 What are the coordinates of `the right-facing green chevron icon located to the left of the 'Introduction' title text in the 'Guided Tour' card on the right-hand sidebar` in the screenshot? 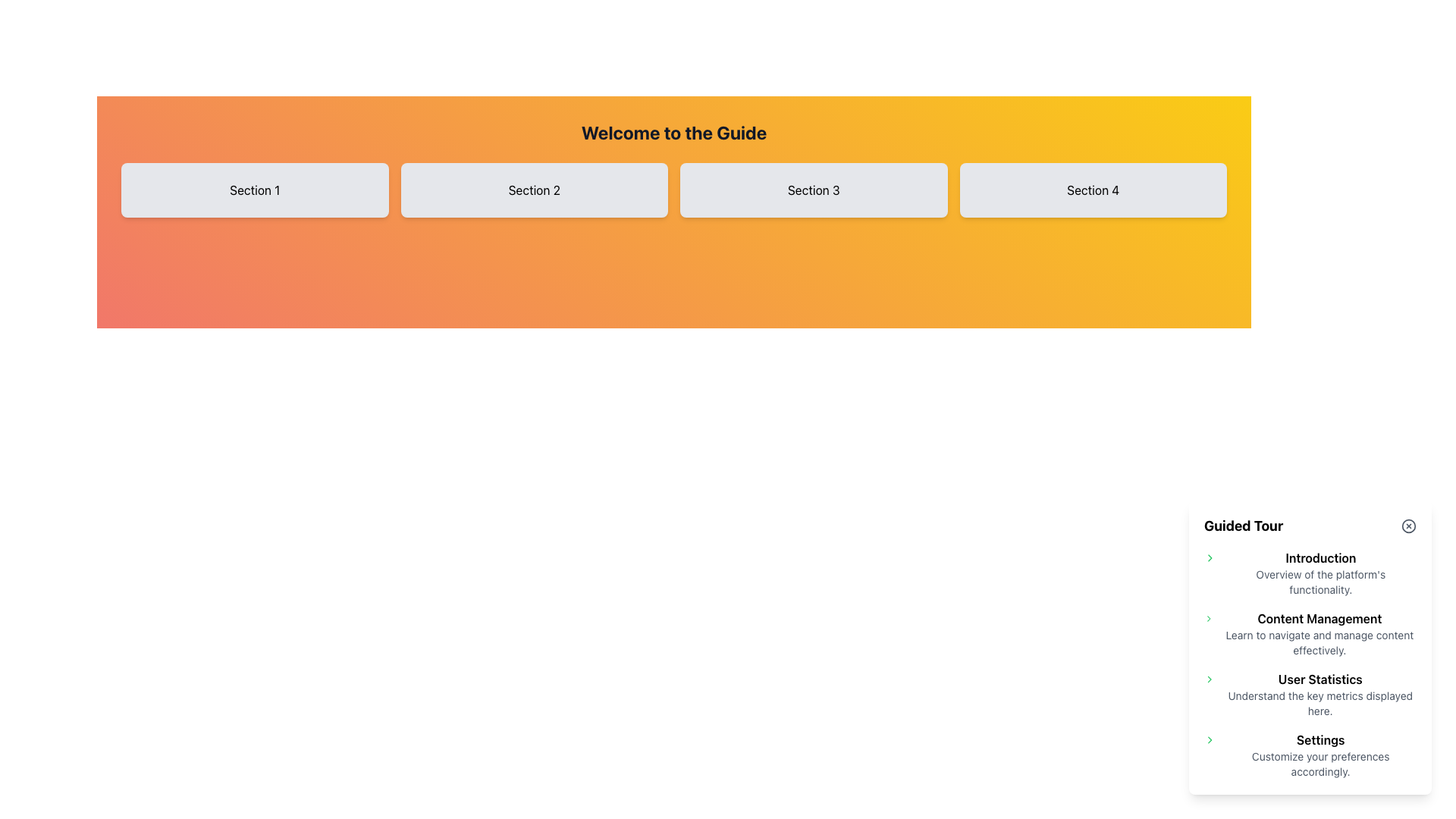 It's located at (1209, 558).